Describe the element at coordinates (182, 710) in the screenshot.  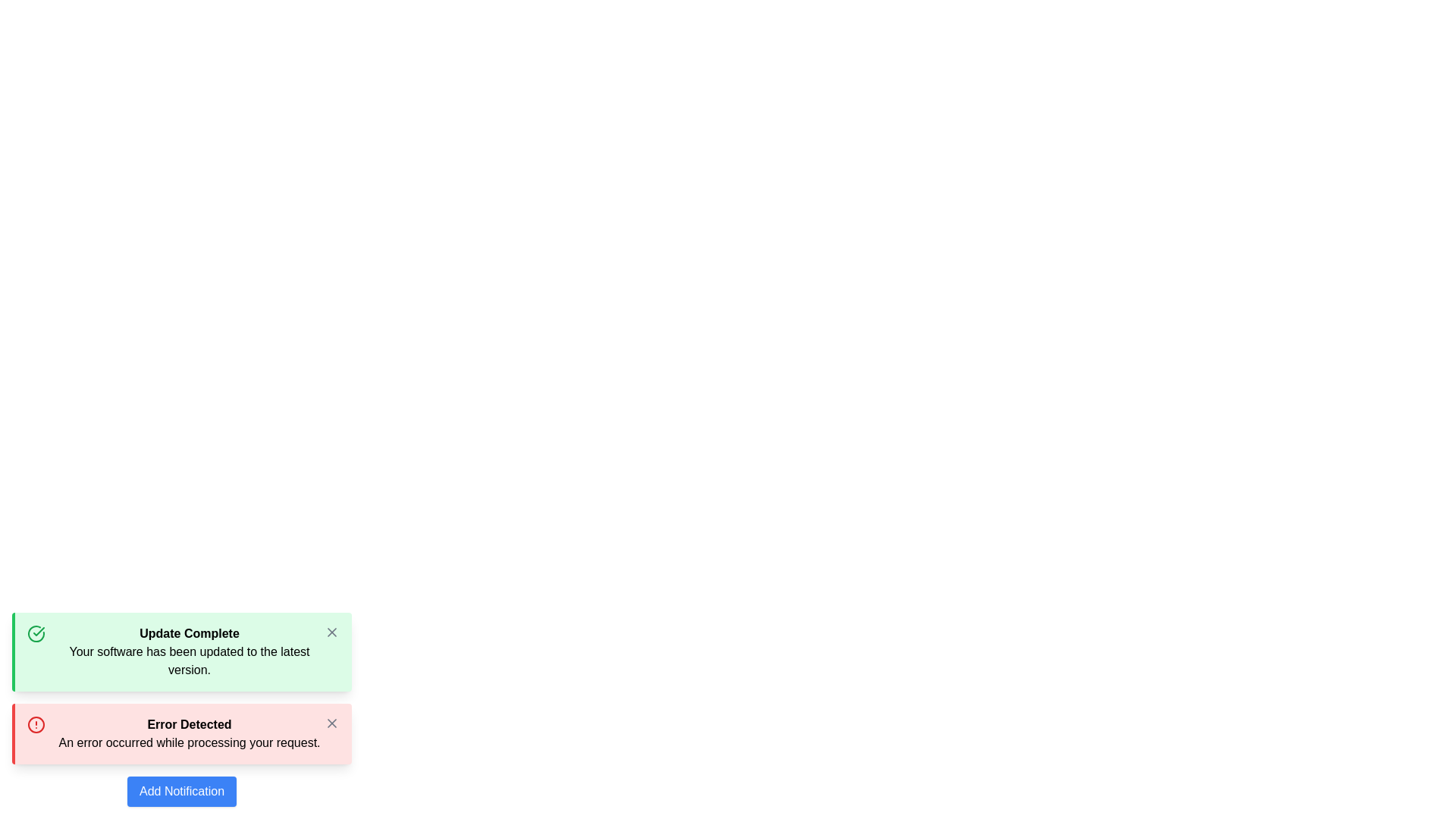
I see `the close button on the error notification panel located above the 'Add Notification' button and below the 'Update Complete' notification` at that location.